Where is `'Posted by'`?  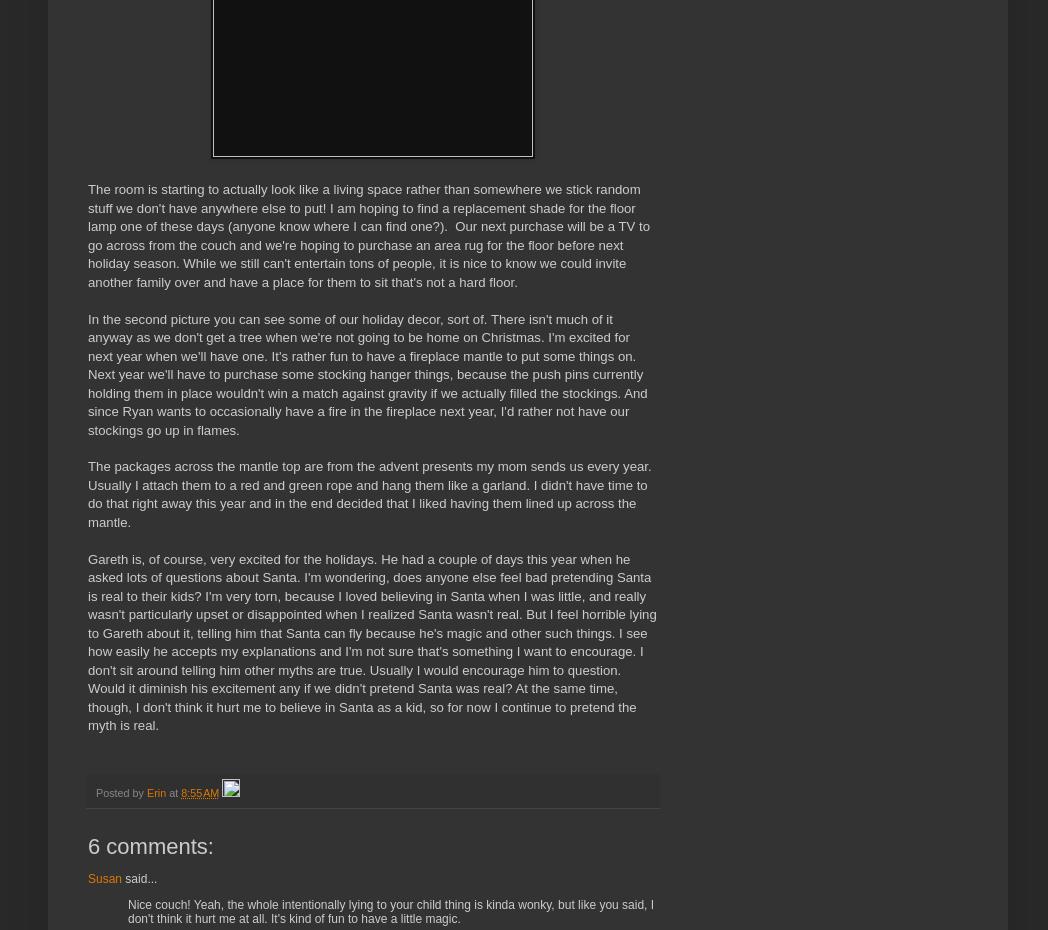 'Posted by' is located at coordinates (94, 792).